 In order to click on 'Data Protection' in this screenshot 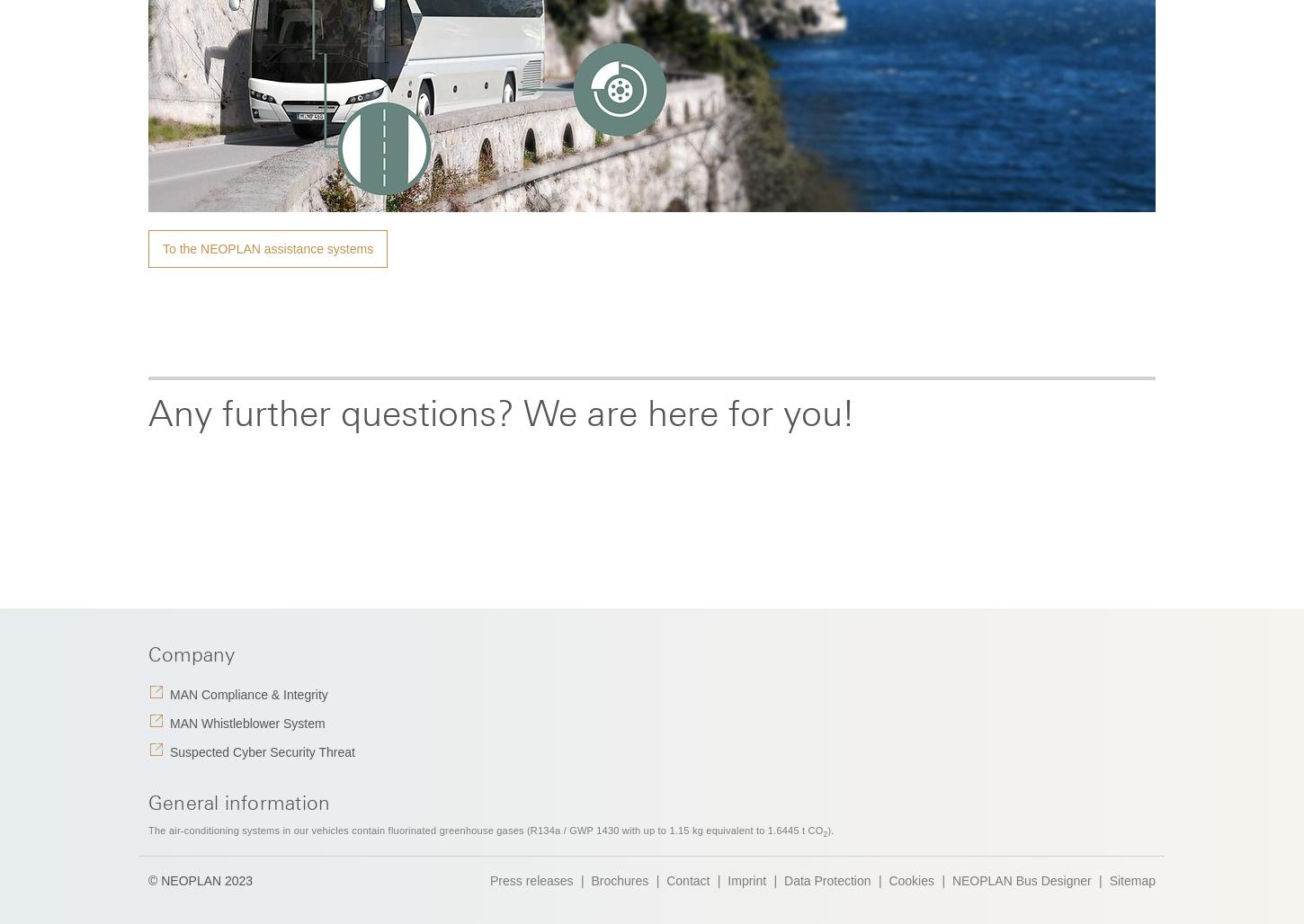, I will do `click(826, 879)`.